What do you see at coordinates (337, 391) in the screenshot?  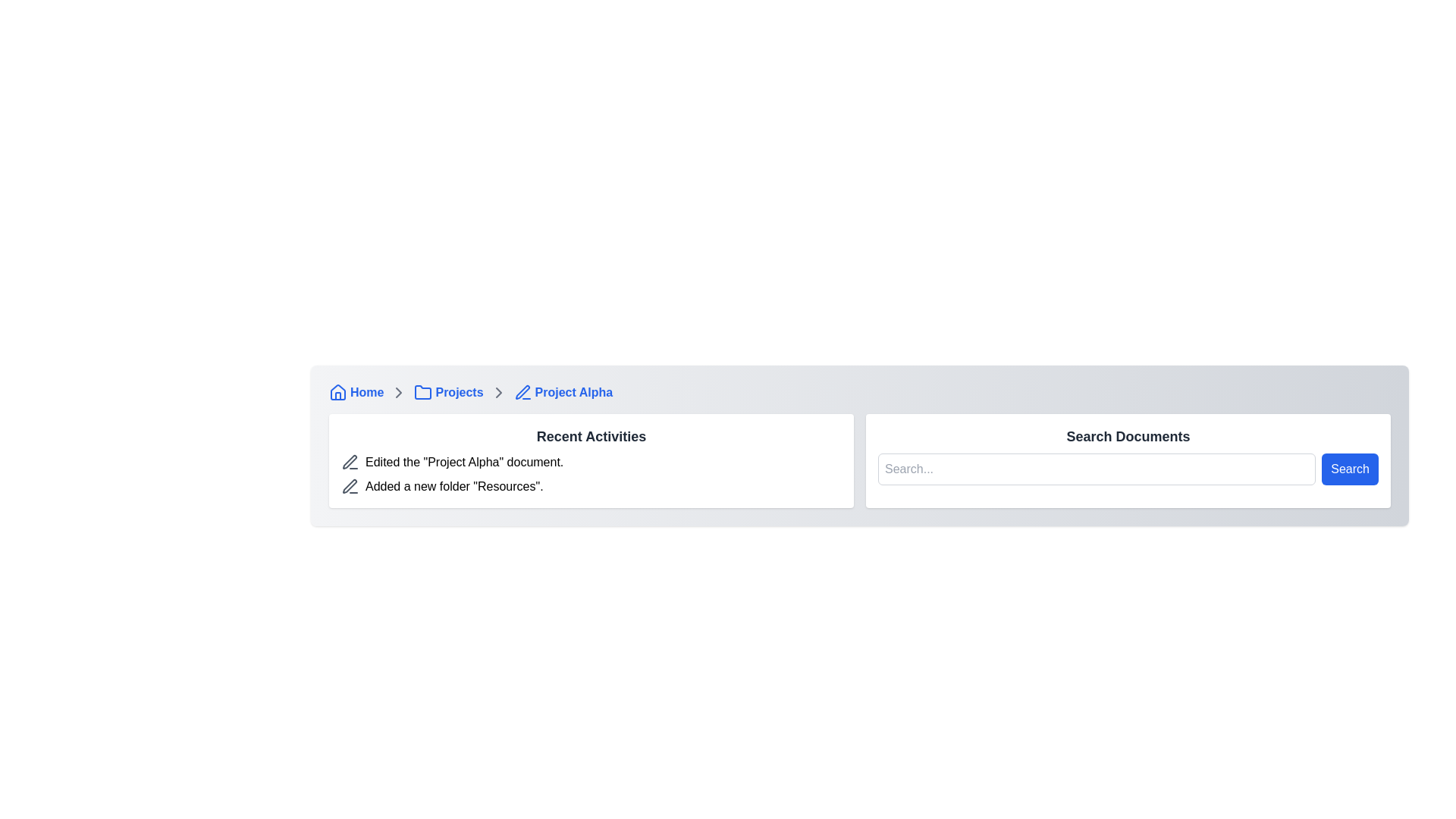 I see `the 'Home' icon in the breadcrumb navigation` at bounding box center [337, 391].